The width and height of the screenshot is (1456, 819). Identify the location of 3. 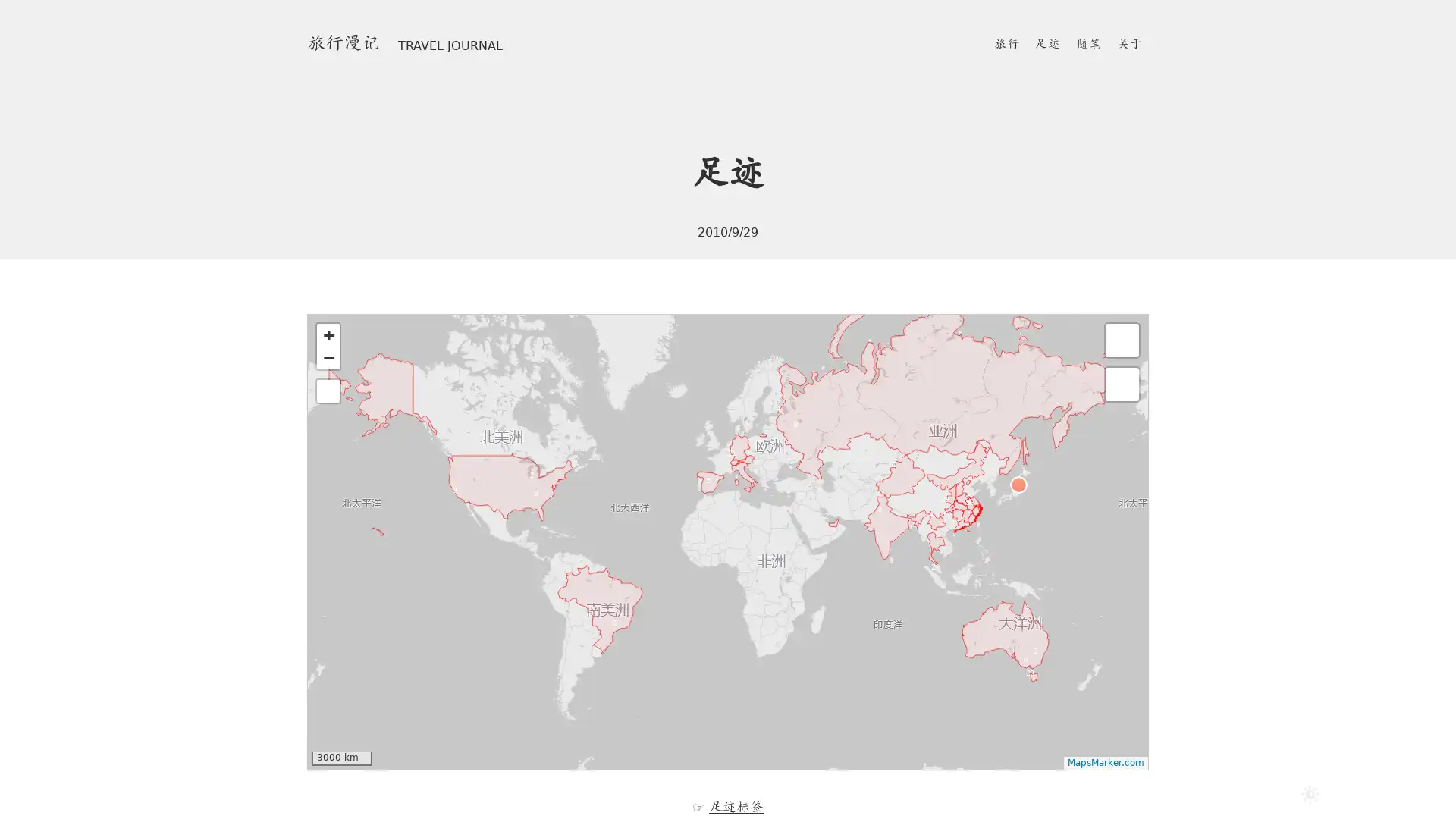
(884, 513).